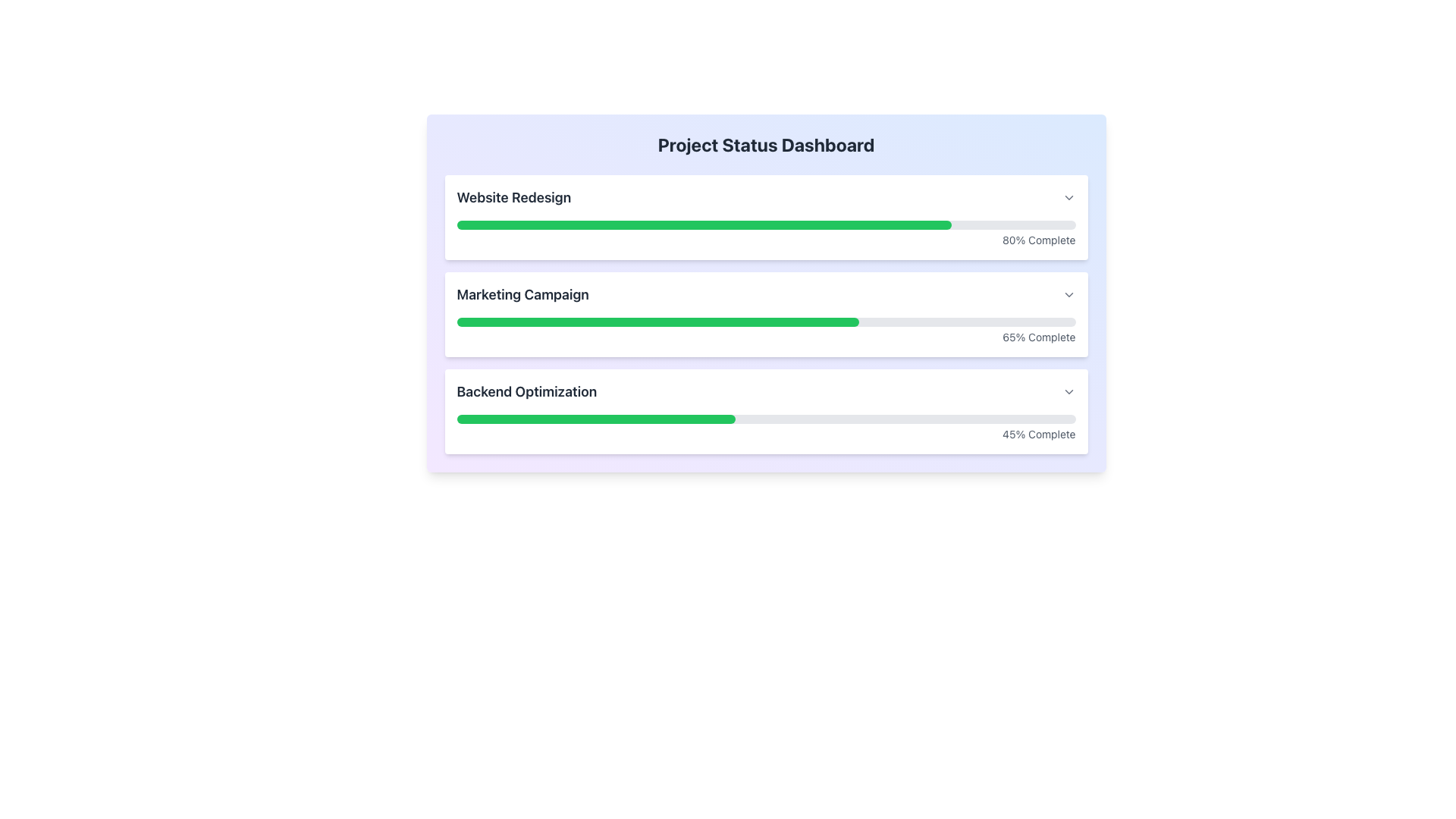  I want to click on the progress bar indicating 80% completion located within the 'Website Redesign' card on the 'Project Status Dashboard', so click(766, 225).